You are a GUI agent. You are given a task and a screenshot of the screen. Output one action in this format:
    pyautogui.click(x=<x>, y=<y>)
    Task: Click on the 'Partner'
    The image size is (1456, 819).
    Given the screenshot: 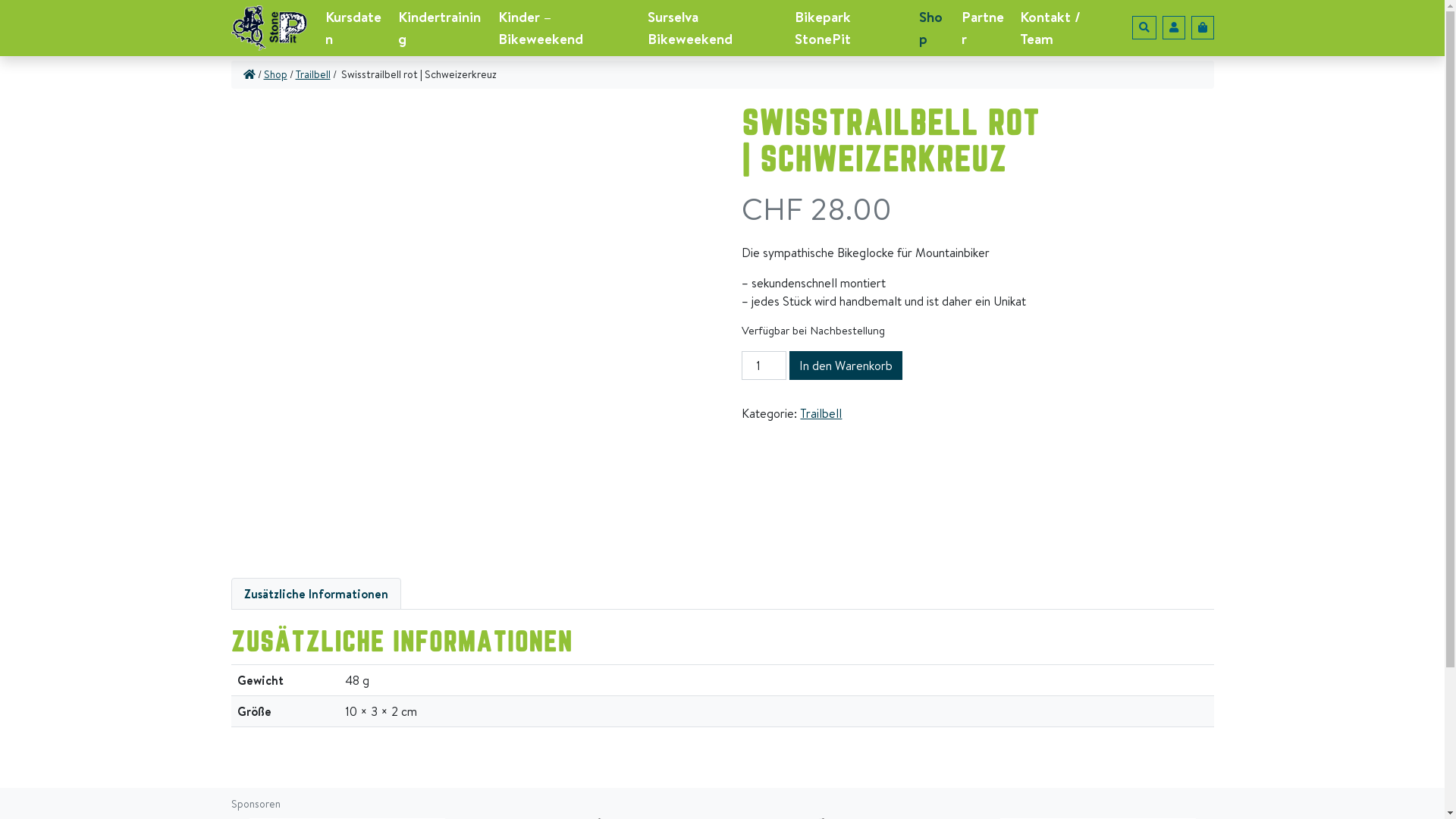 What is the action you would take?
    pyautogui.click(x=984, y=28)
    